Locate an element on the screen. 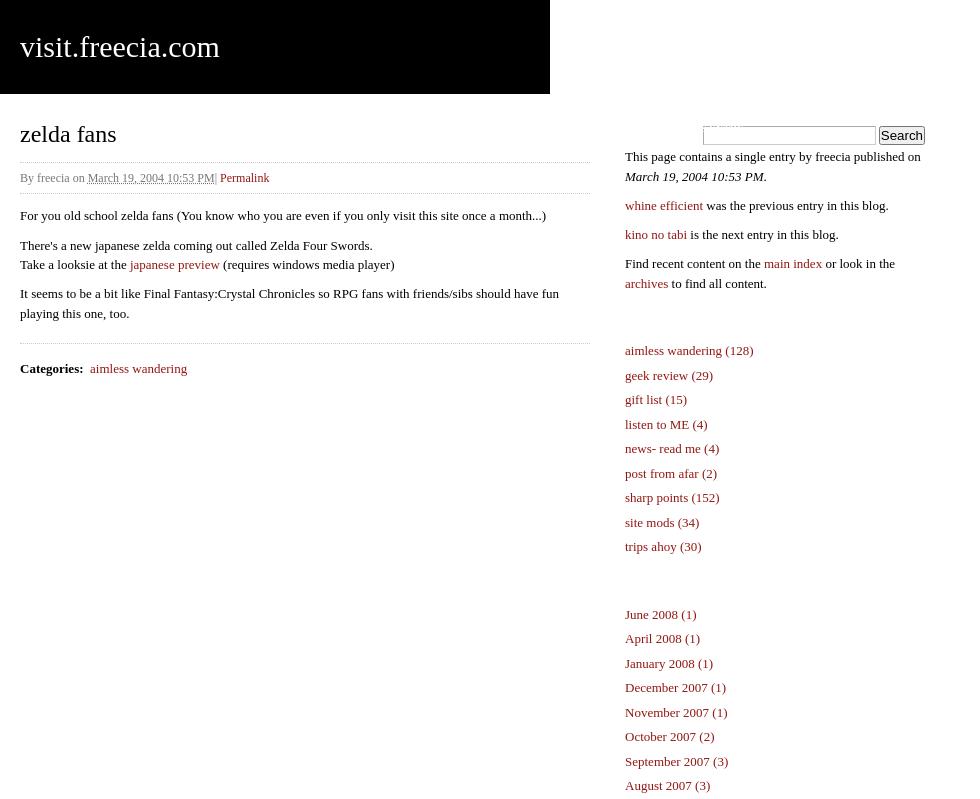 This screenshot has height=799, width=980. 'trips ahoy (30)' is located at coordinates (662, 545).